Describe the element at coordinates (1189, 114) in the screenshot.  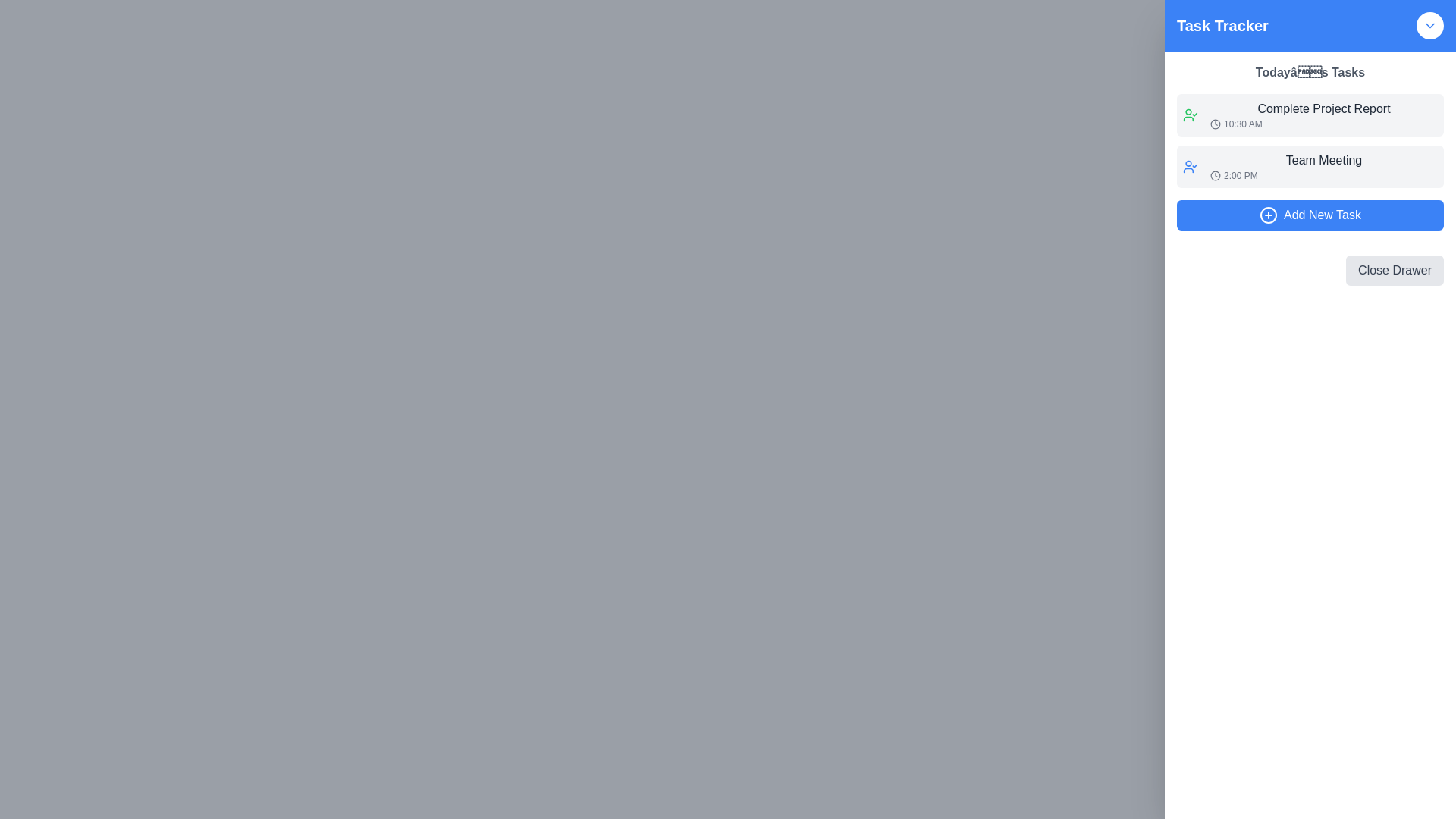
I see `the green user icon with a checkmark next to it, located at the top left of the 'Complete Project Report' task card` at that location.